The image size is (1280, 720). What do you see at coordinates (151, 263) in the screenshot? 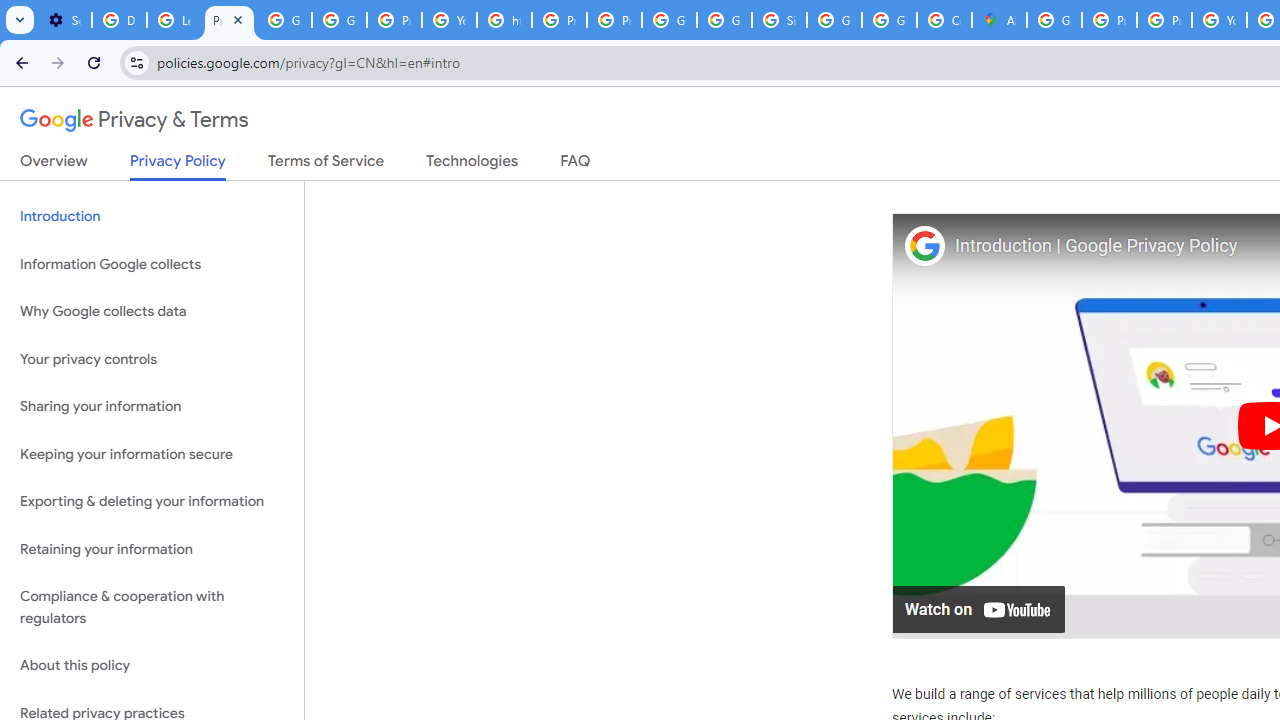
I see `'Information Google collects'` at bounding box center [151, 263].